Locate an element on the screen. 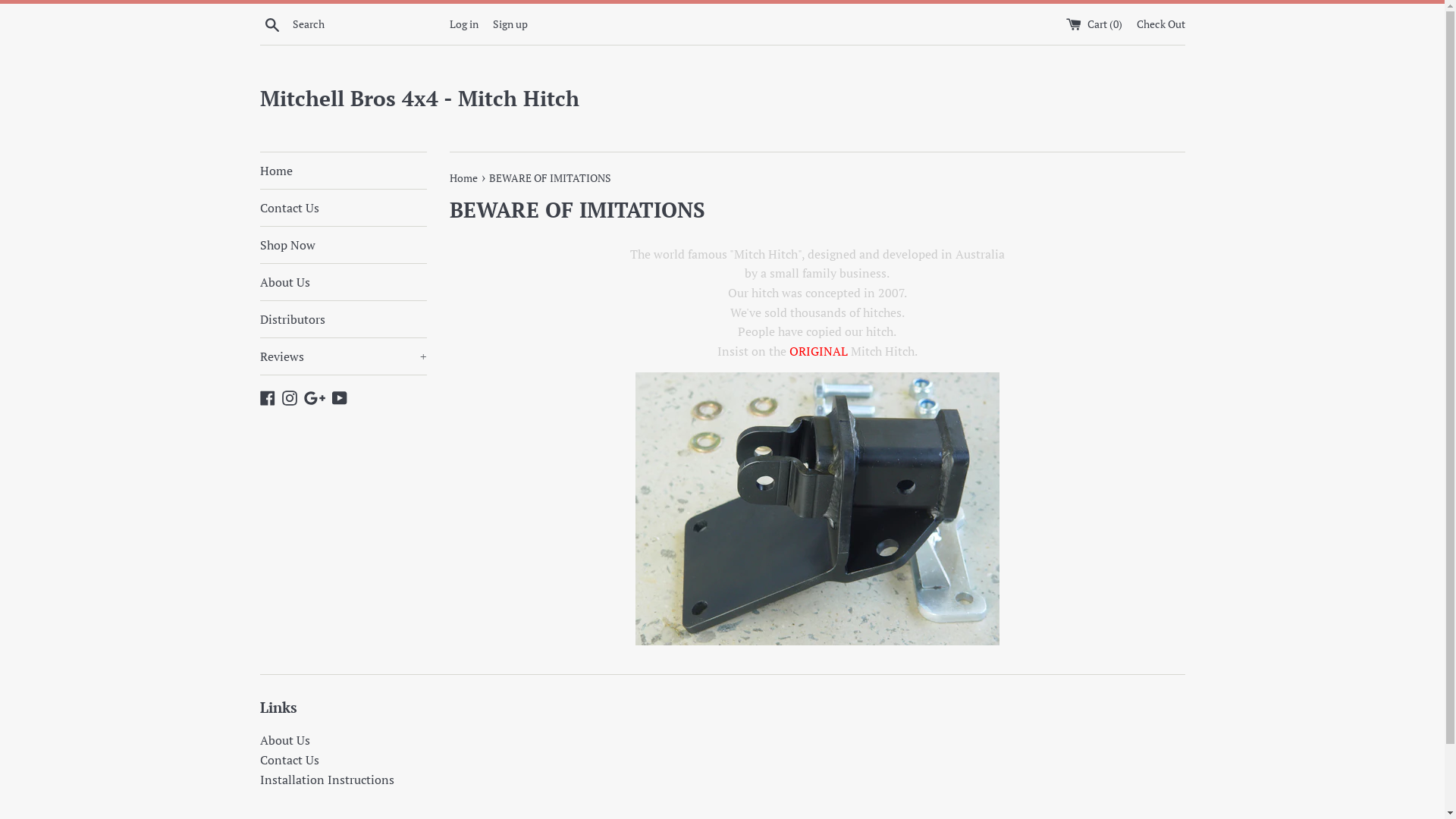 The image size is (1456, 819). 'Shop Now' is located at coordinates (341, 244).